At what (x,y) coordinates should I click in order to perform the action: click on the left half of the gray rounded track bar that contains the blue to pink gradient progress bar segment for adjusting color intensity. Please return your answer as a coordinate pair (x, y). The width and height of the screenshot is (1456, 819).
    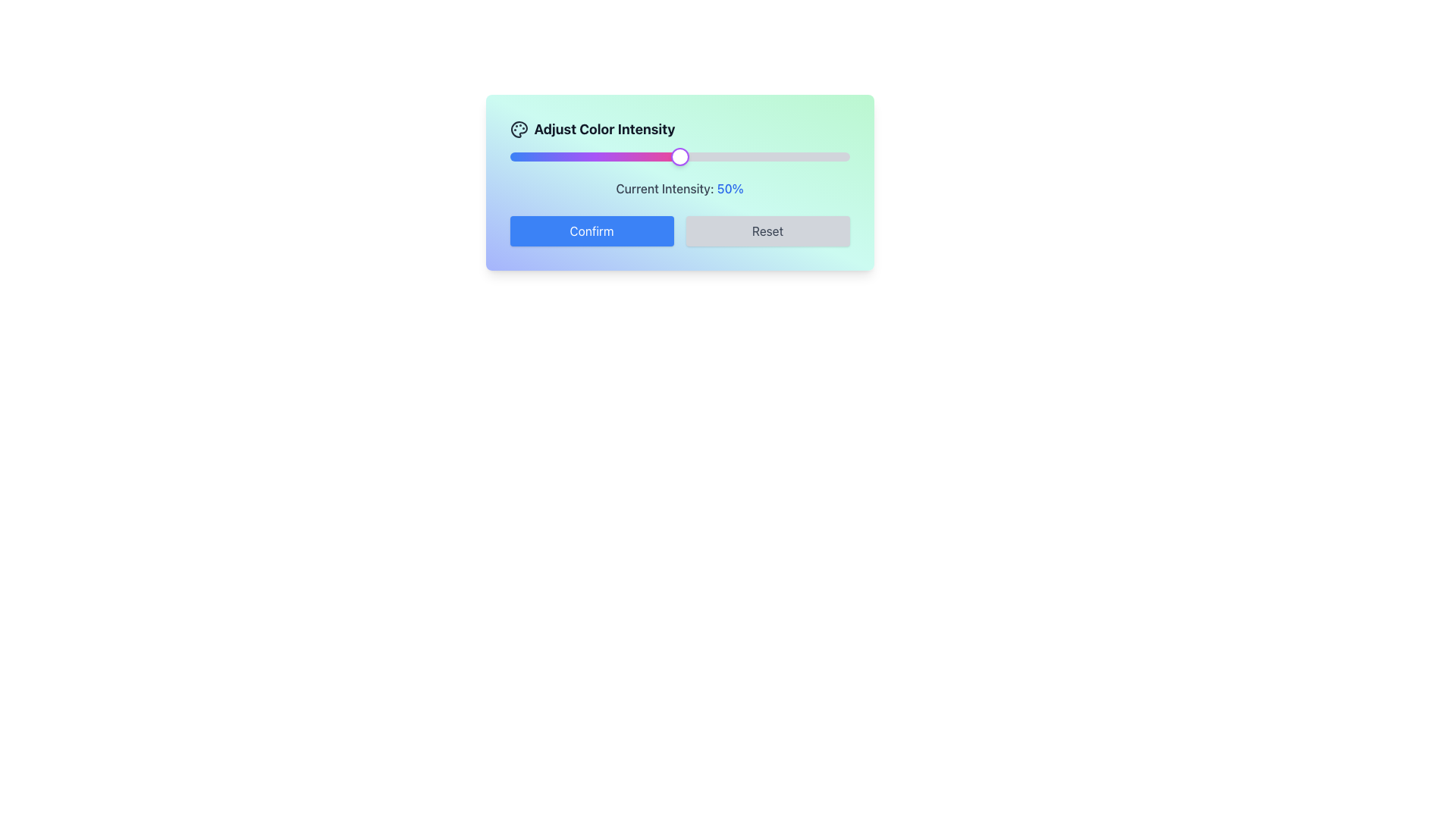
    Looking at the image, I should click on (594, 157).